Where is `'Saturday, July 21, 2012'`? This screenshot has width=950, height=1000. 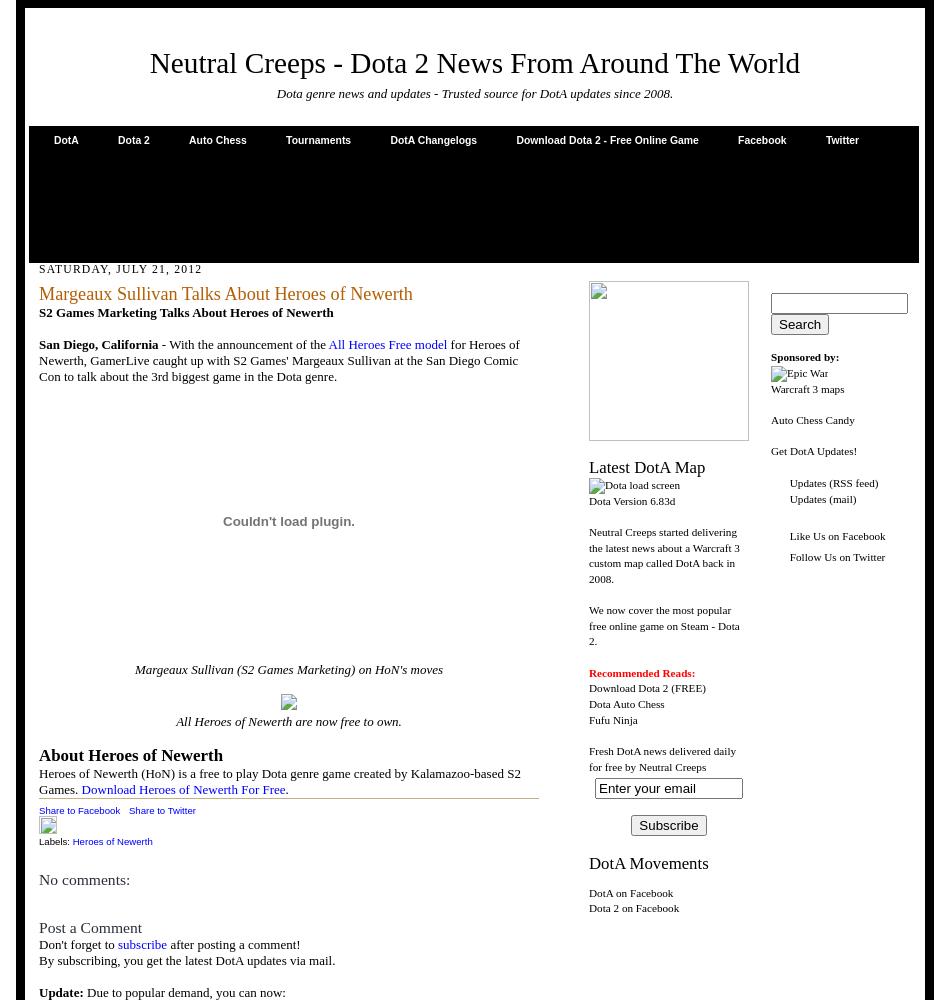
'Saturday, July 21, 2012' is located at coordinates (120, 269).